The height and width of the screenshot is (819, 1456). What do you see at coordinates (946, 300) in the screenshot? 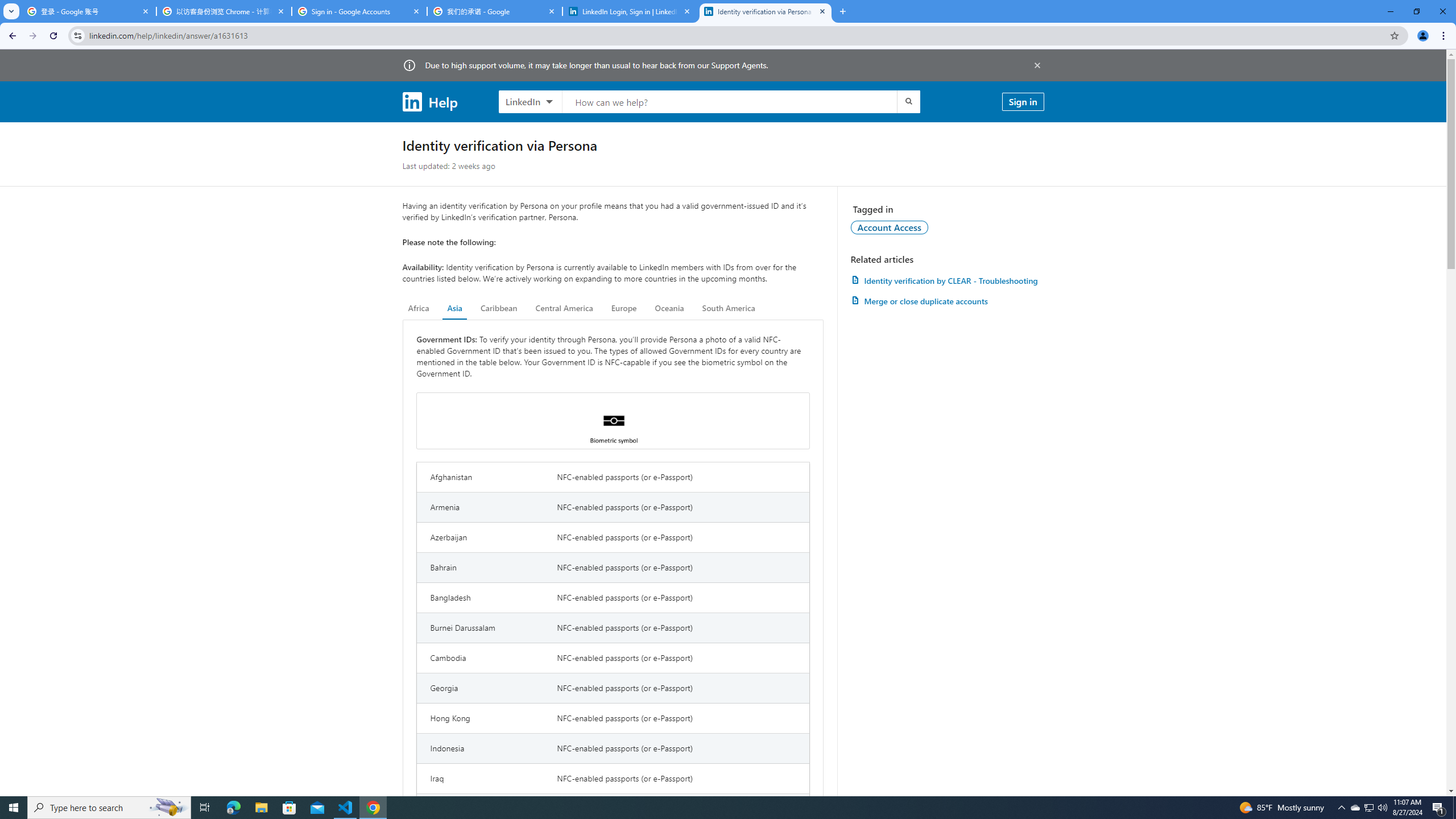
I see `'Merge or close duplicate accounts'` at bounding box center [946, 300].